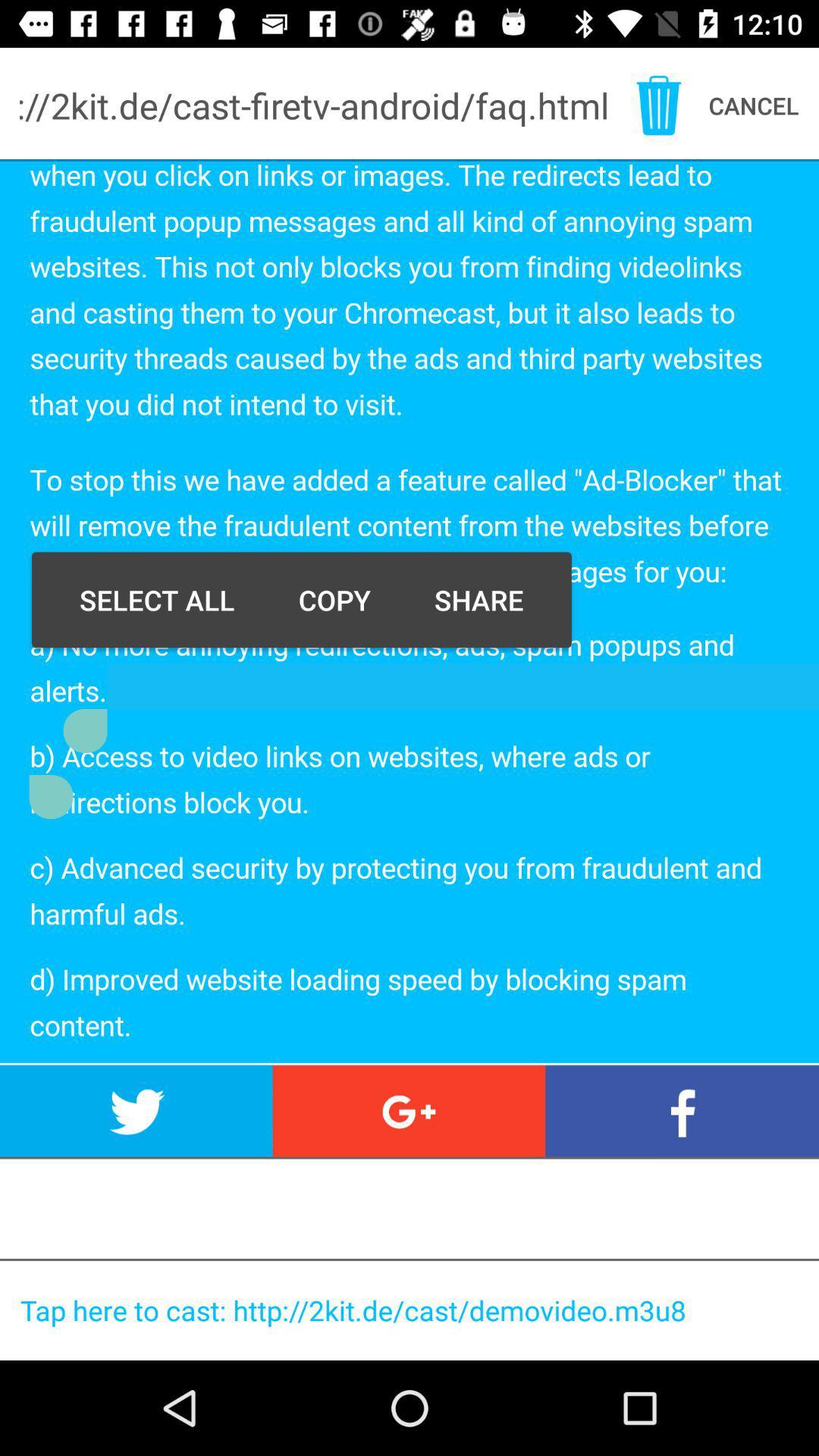 Image resolution: width=819 pixels, height=1456 pixels. Describe the element at coordinates (415, 1310) in the screenshot. I see `the bottom article url` at that location.